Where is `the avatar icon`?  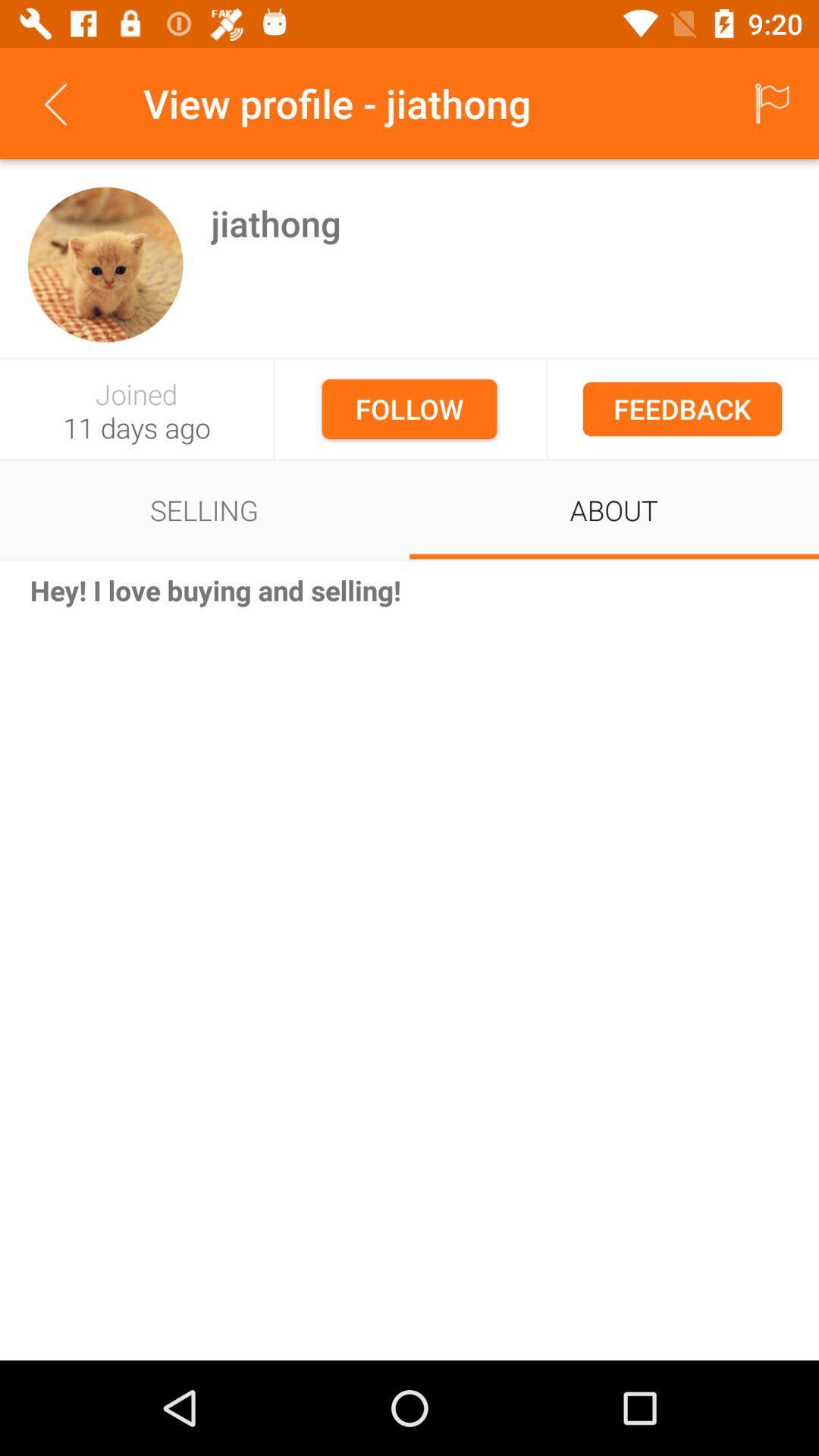
the avatar icon is located at coordinates (105, 265).